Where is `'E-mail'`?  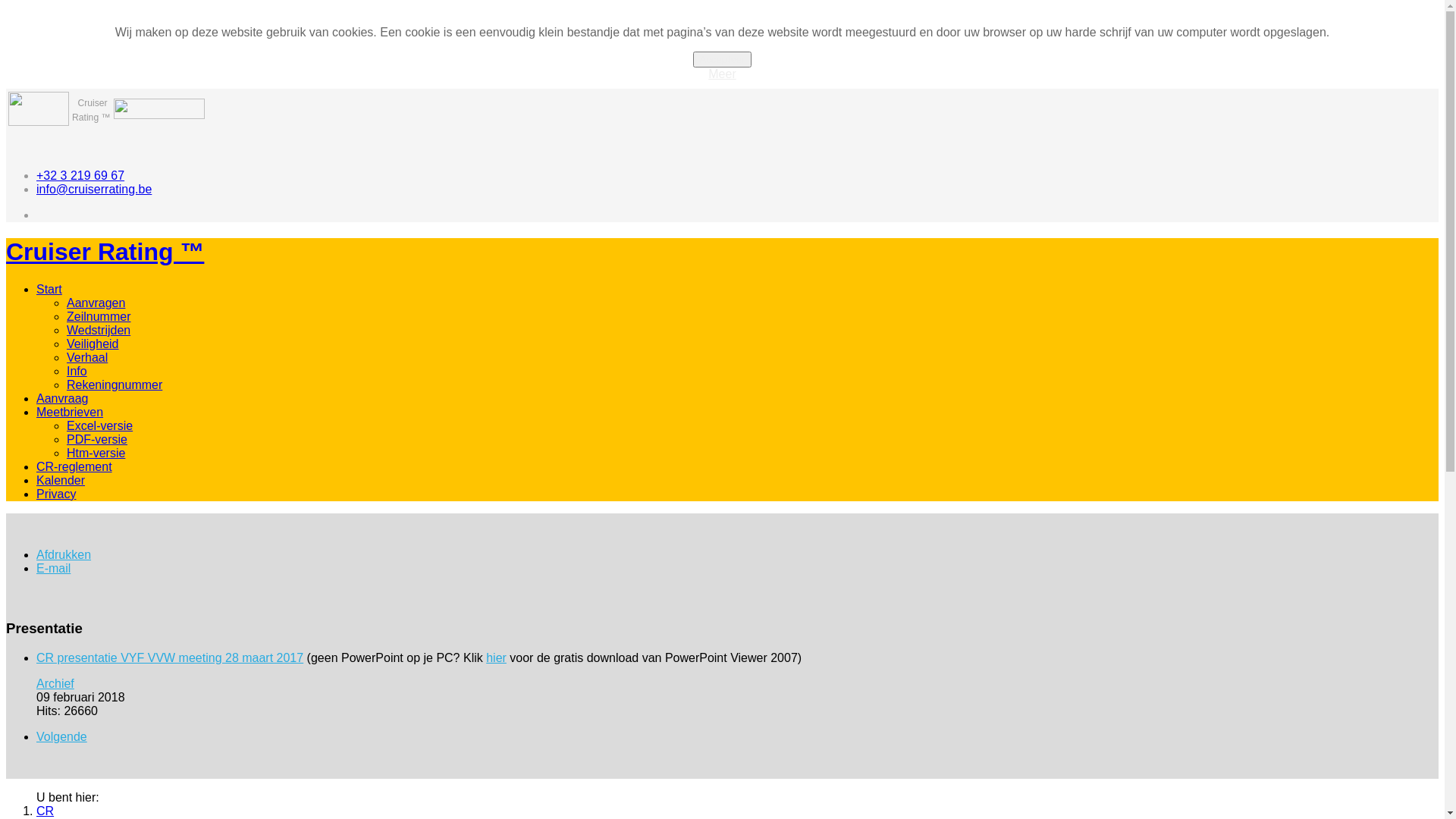 'E-mail' is located at coordinates (36, 568).